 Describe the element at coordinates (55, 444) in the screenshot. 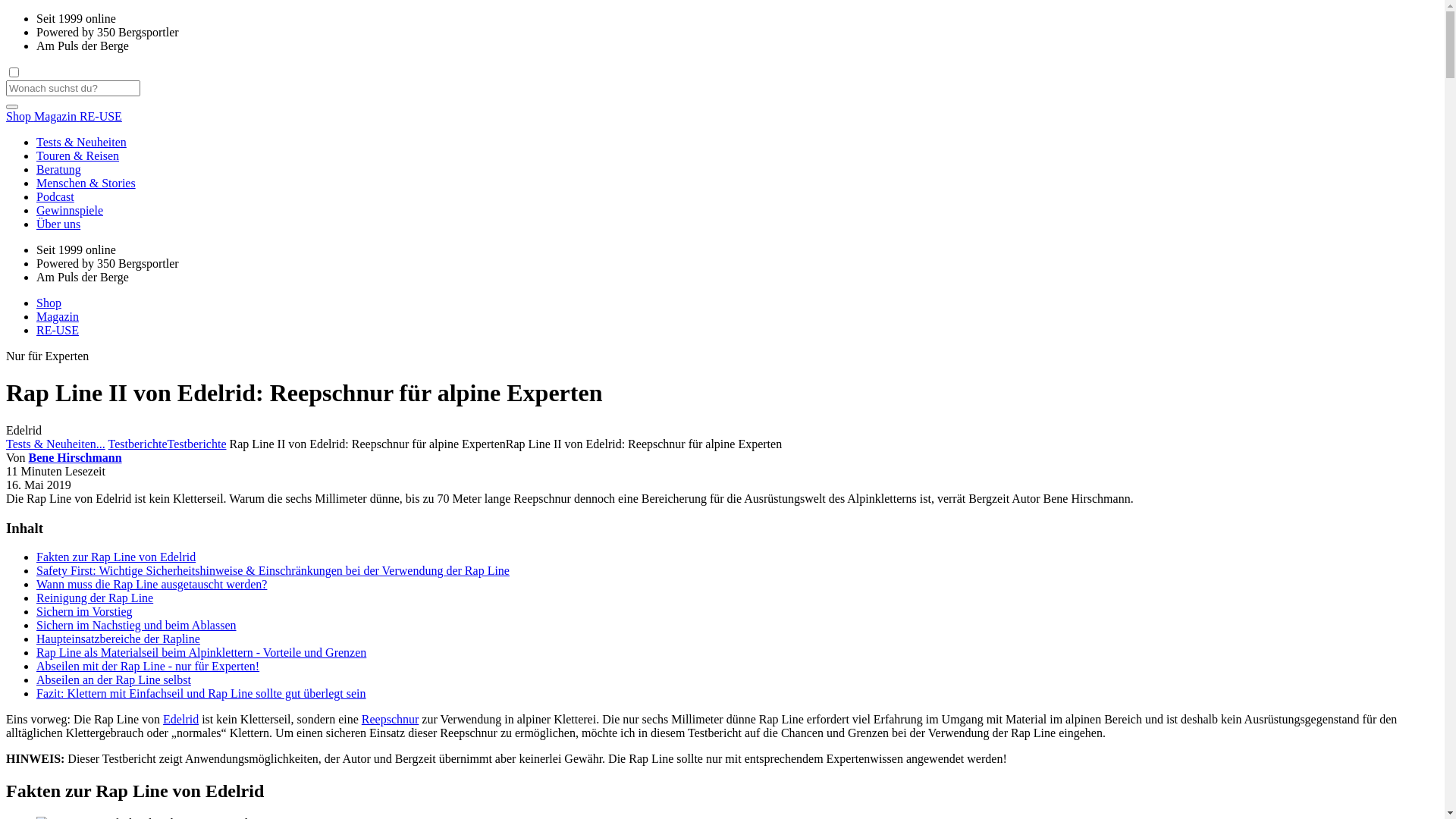

I see `'Tests & Neuheiten...'` at that location.